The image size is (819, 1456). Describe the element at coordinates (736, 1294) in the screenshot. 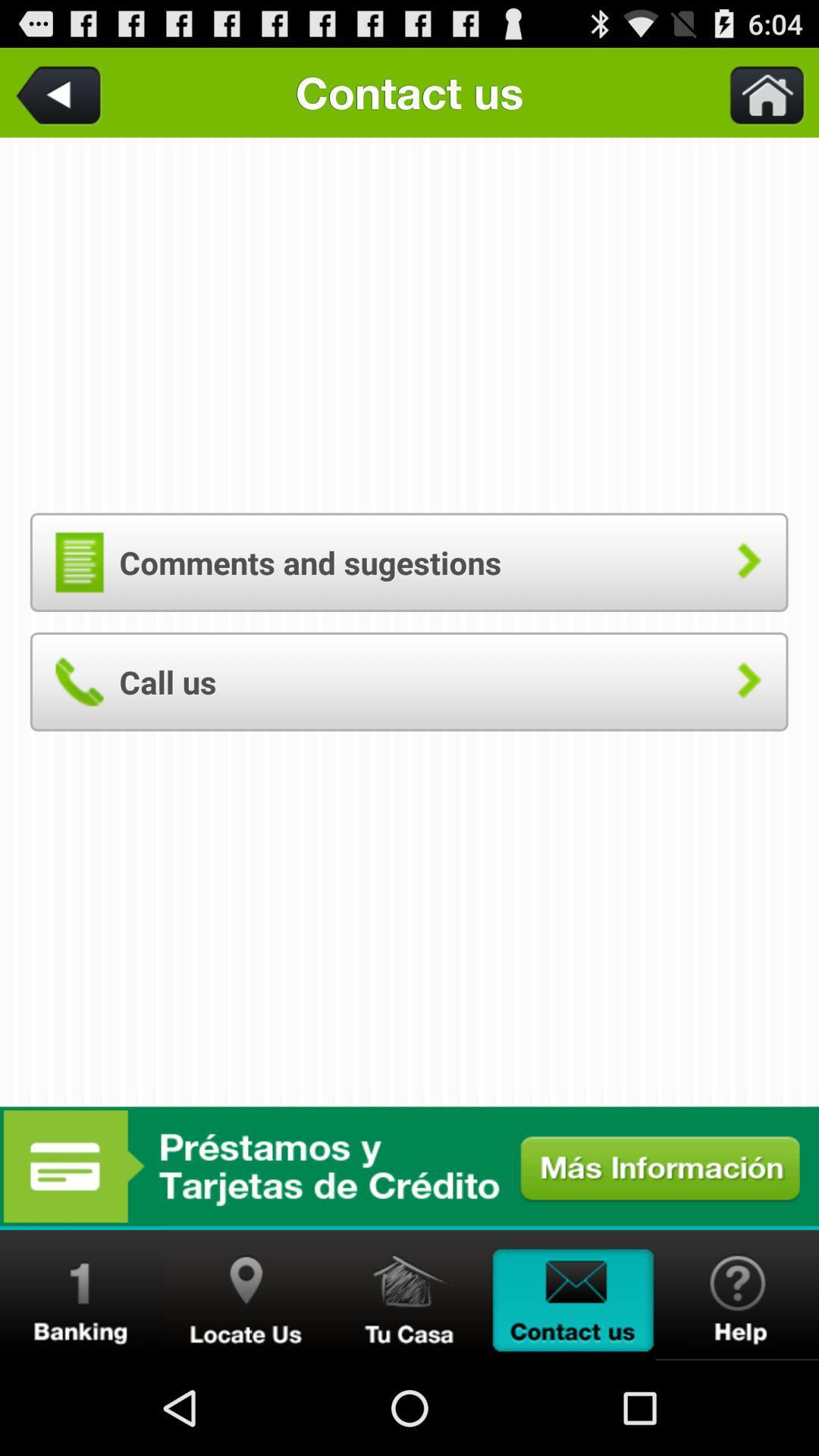

I see `help icon` at that location.